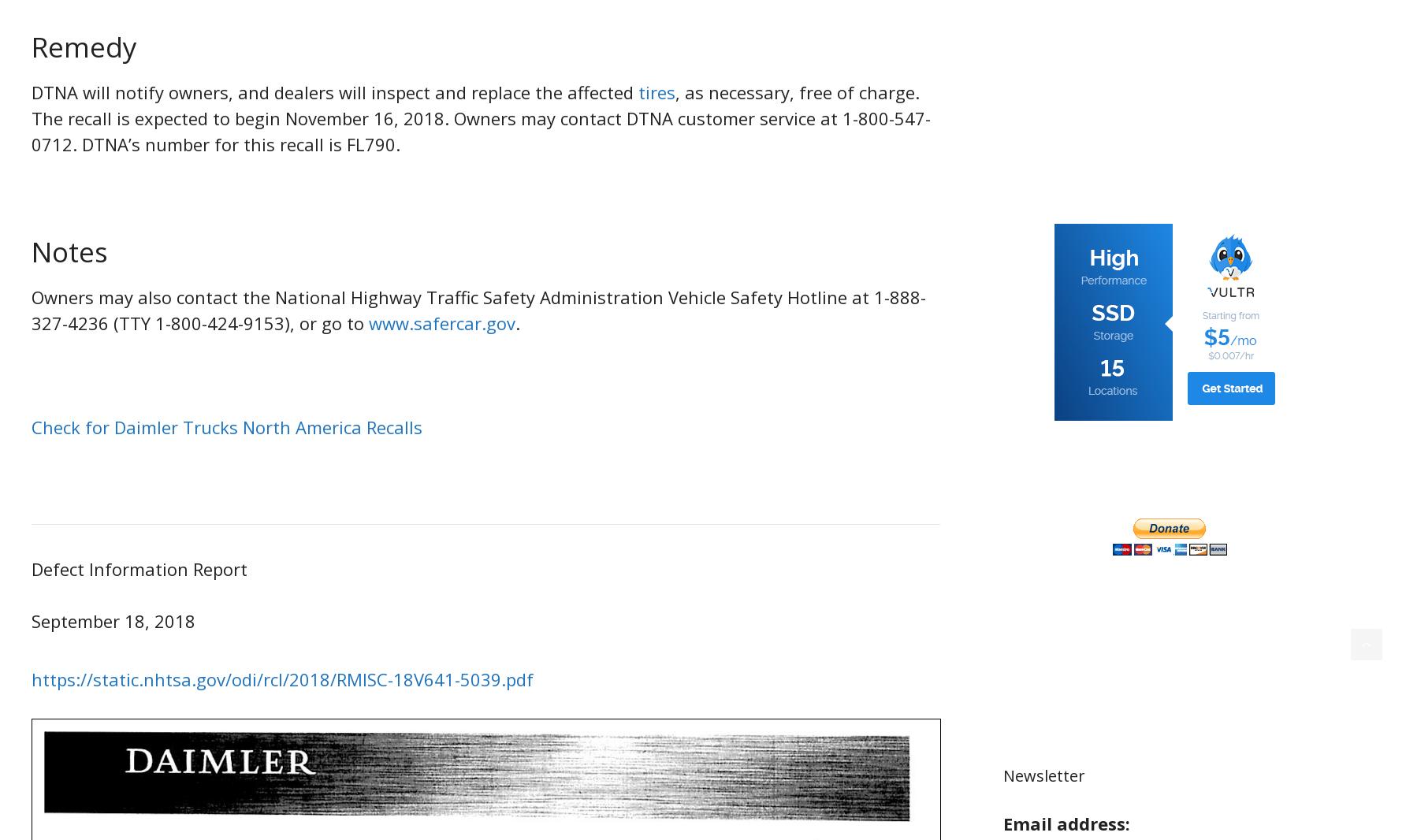  I want to click on 'Defect Information Report', so click(138, 568).